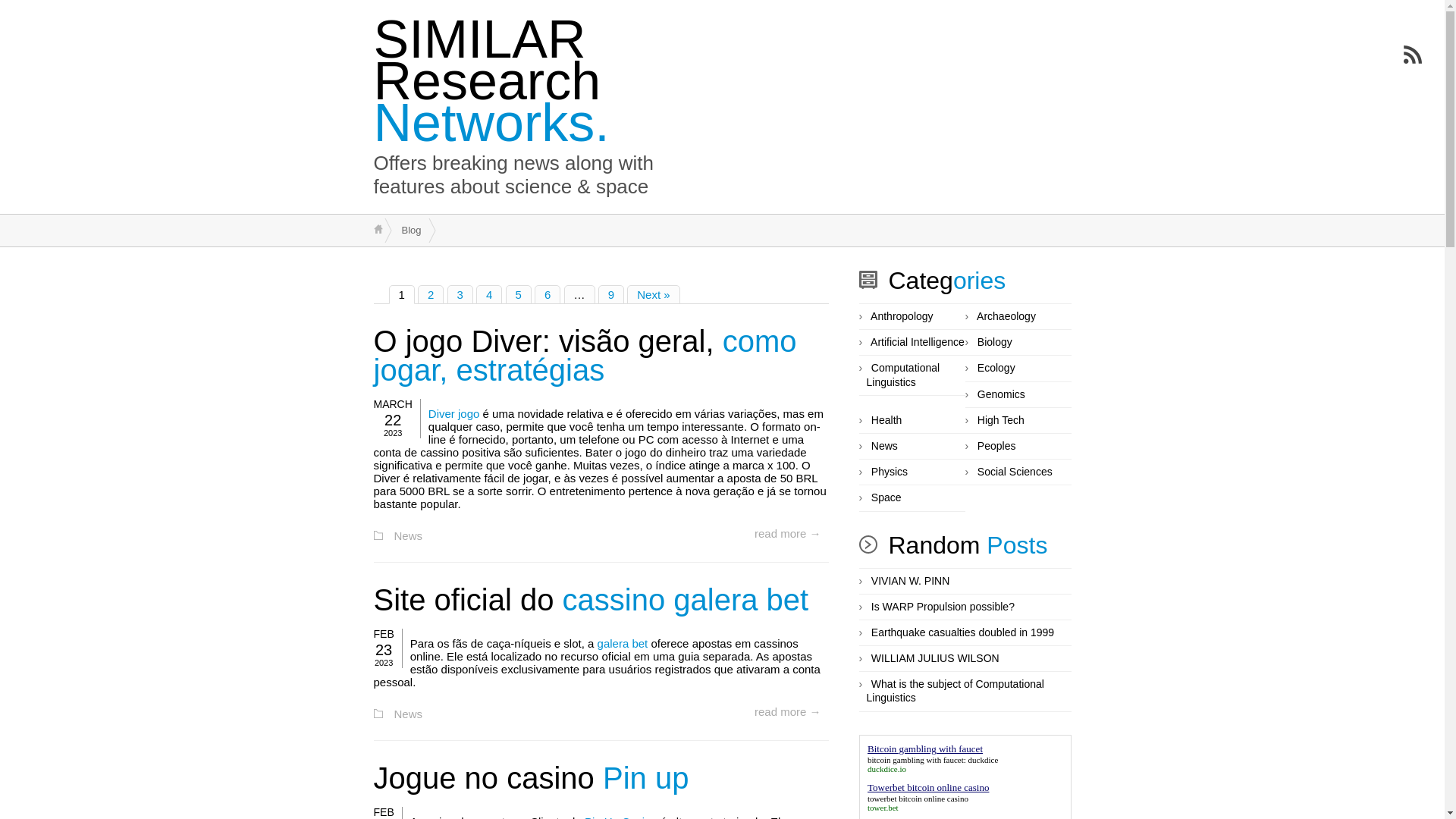 Image resolution: width=1456 pixels, height=819 pixels. I want to click on 'Earthquake casualties doubled in 1999', so click(962, 632).